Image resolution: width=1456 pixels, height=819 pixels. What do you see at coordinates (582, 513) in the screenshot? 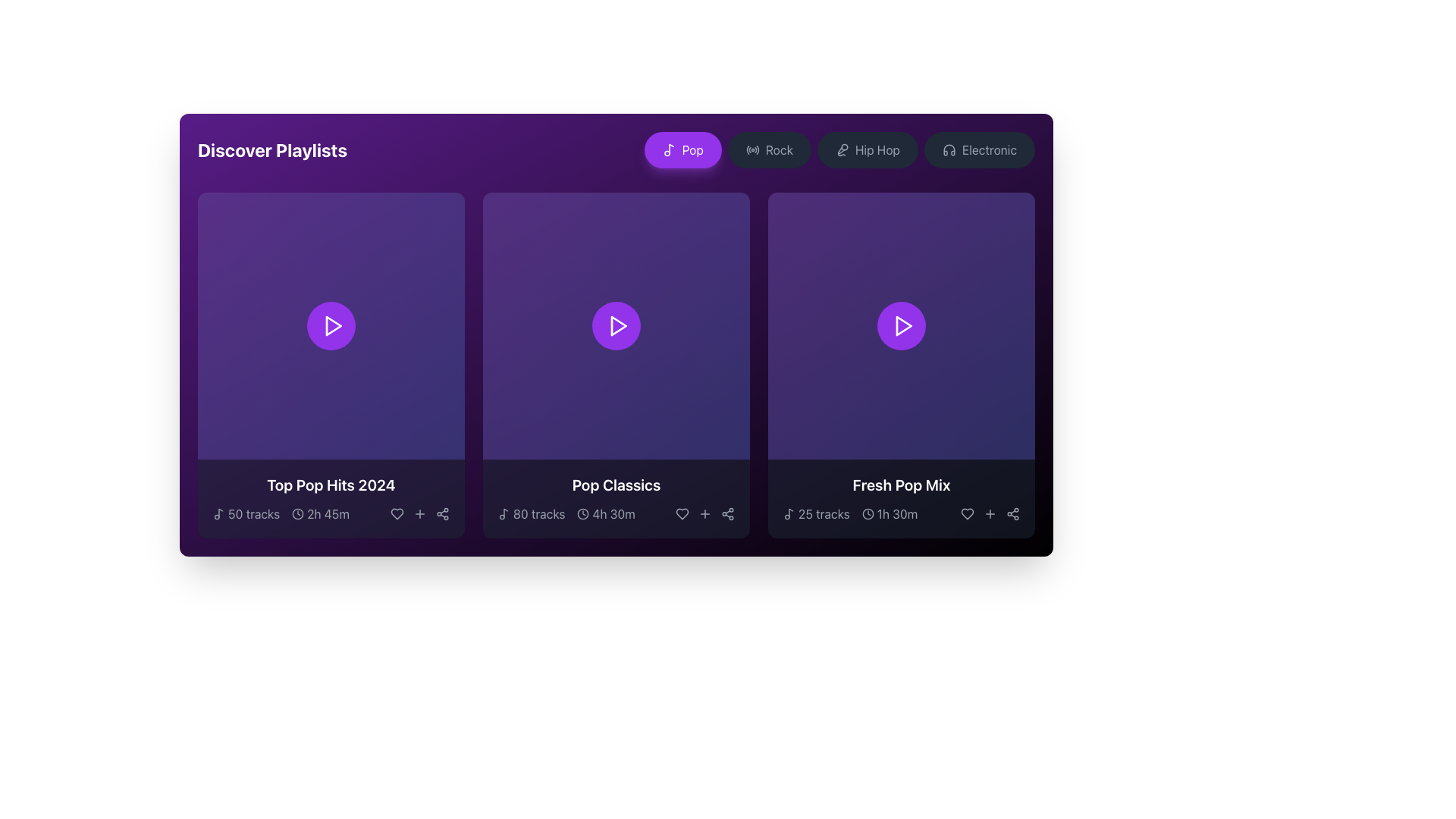
I see `the small circular clock icon with a gray outline and intersecting hands, located to the left of the text '4h 30m' in the second playlist card labeled 'Pop Classics'` at bounding box center [582, 513].